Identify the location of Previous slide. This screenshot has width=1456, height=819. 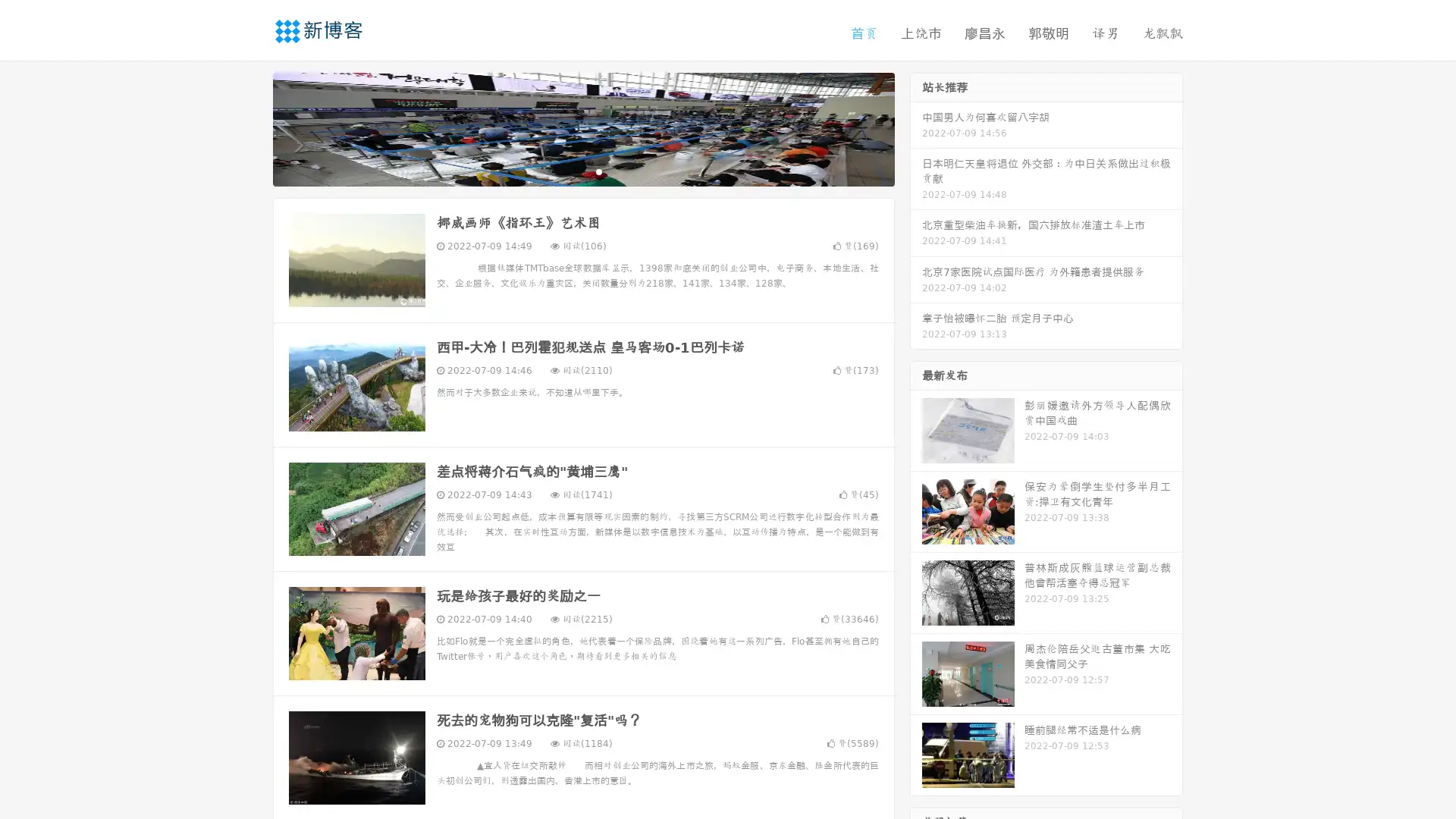
(250, 127).